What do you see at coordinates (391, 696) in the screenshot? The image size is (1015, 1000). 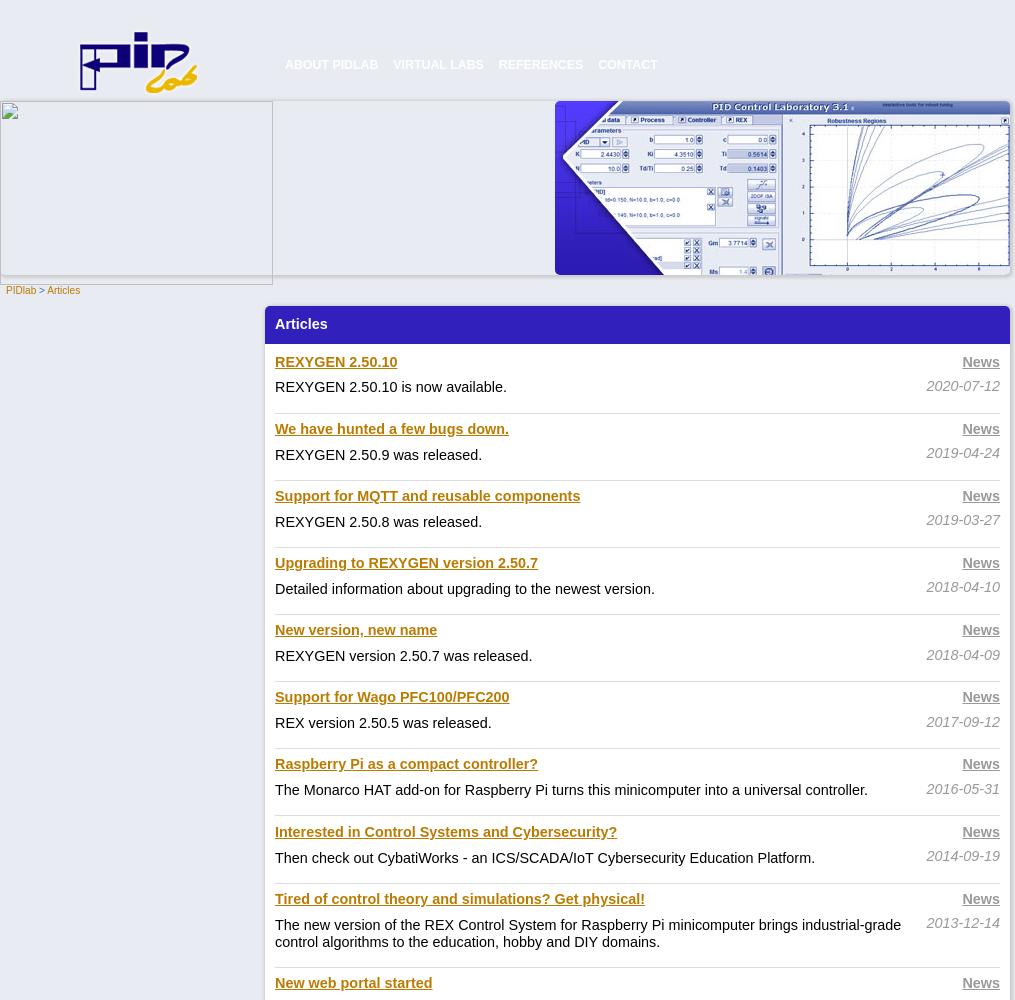 I see `'Support for Wago PFC100/PFC200'` at bounding box center [391, 696].